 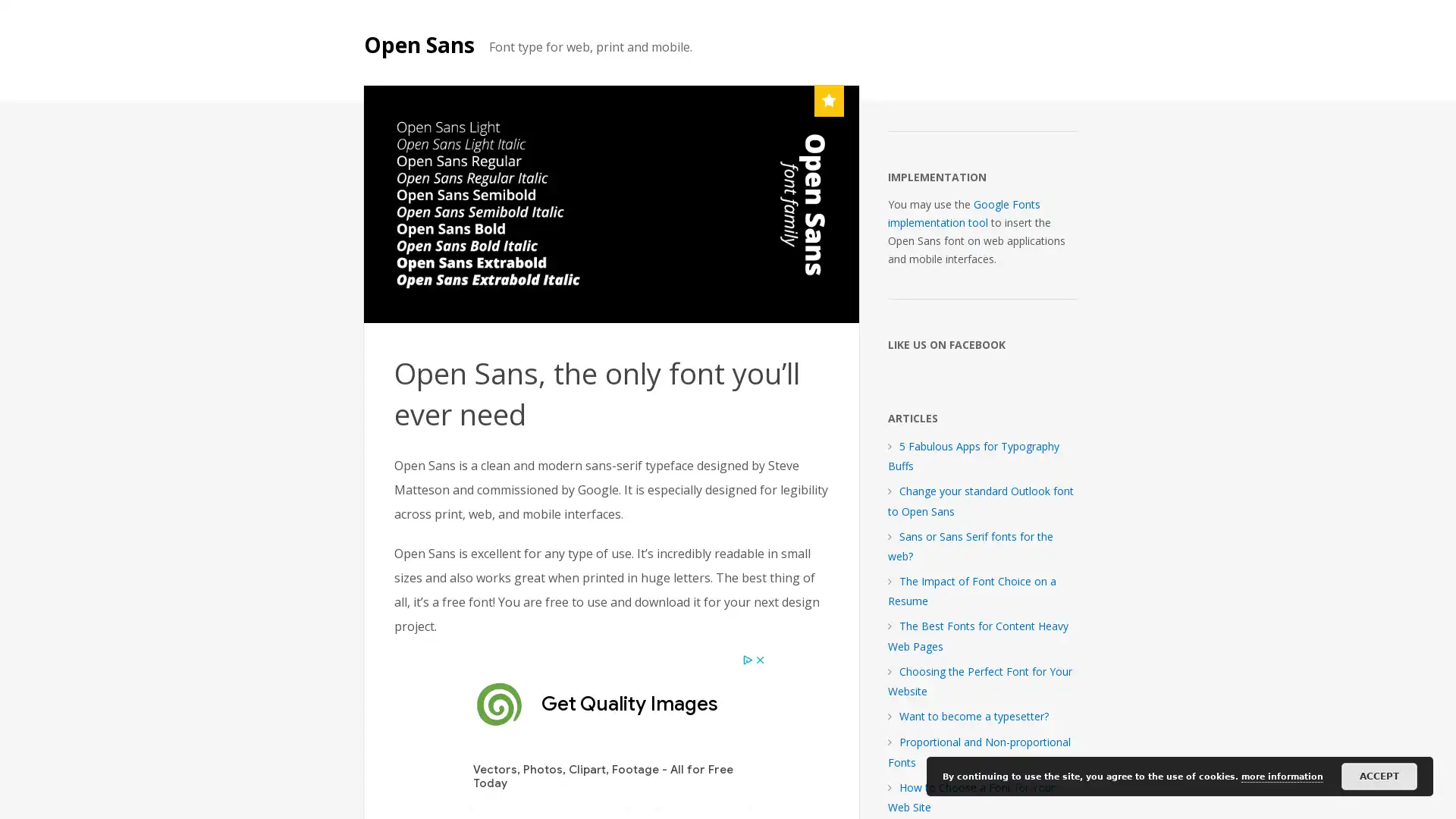 I want to click on ACCEPT, so click(x=1379, y=776).